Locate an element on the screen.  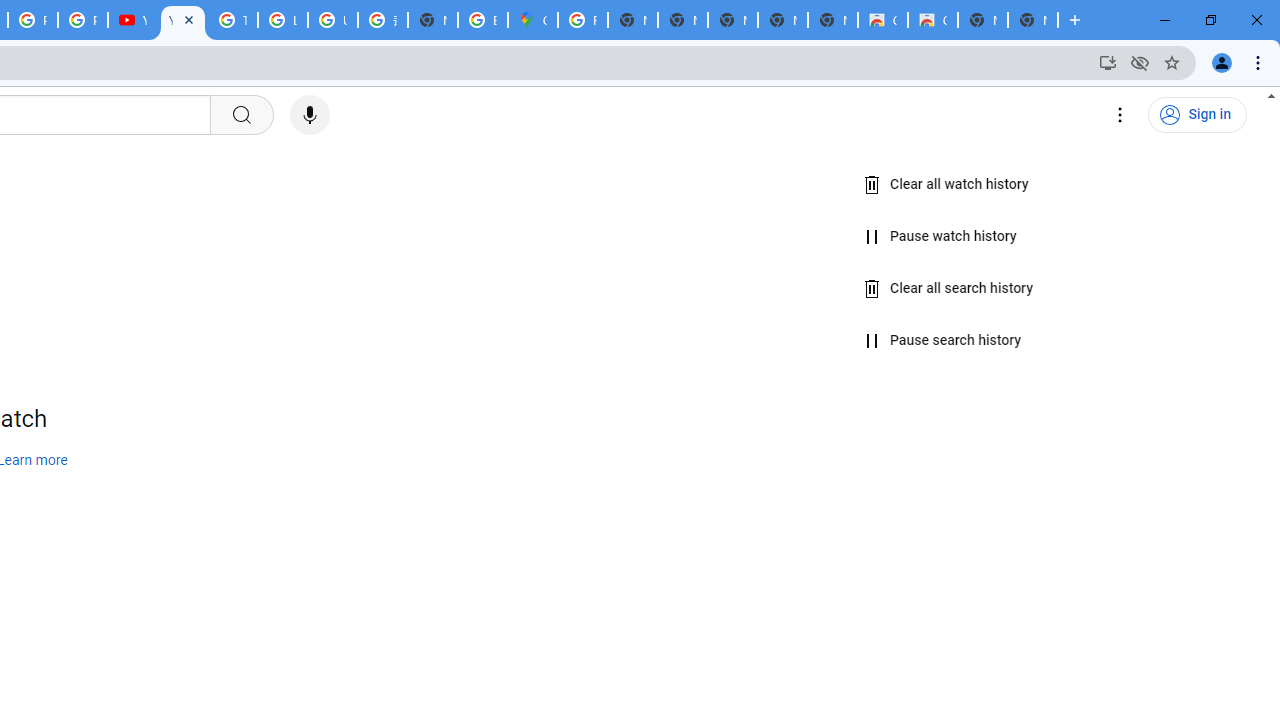
'Search with your voice' is located at coordinates (308, 115).